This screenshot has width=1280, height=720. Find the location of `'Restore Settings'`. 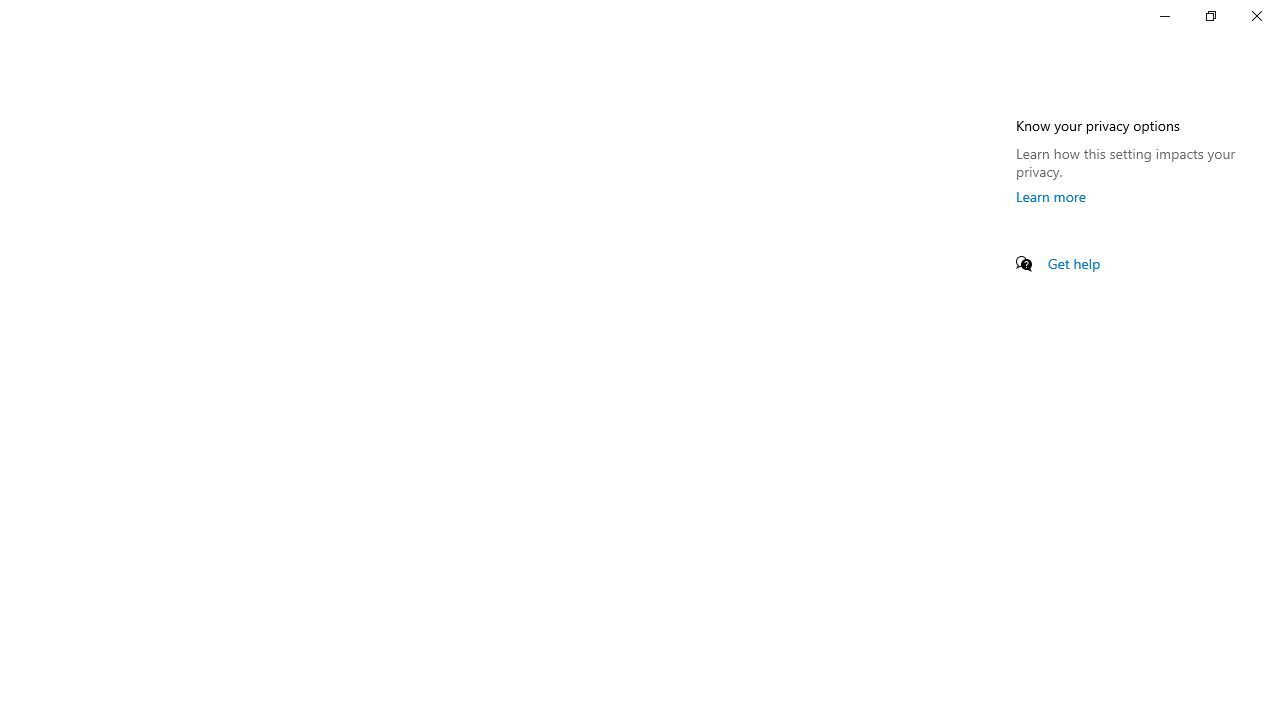

'Restore Settings' is located at coordinates (1209, 15).